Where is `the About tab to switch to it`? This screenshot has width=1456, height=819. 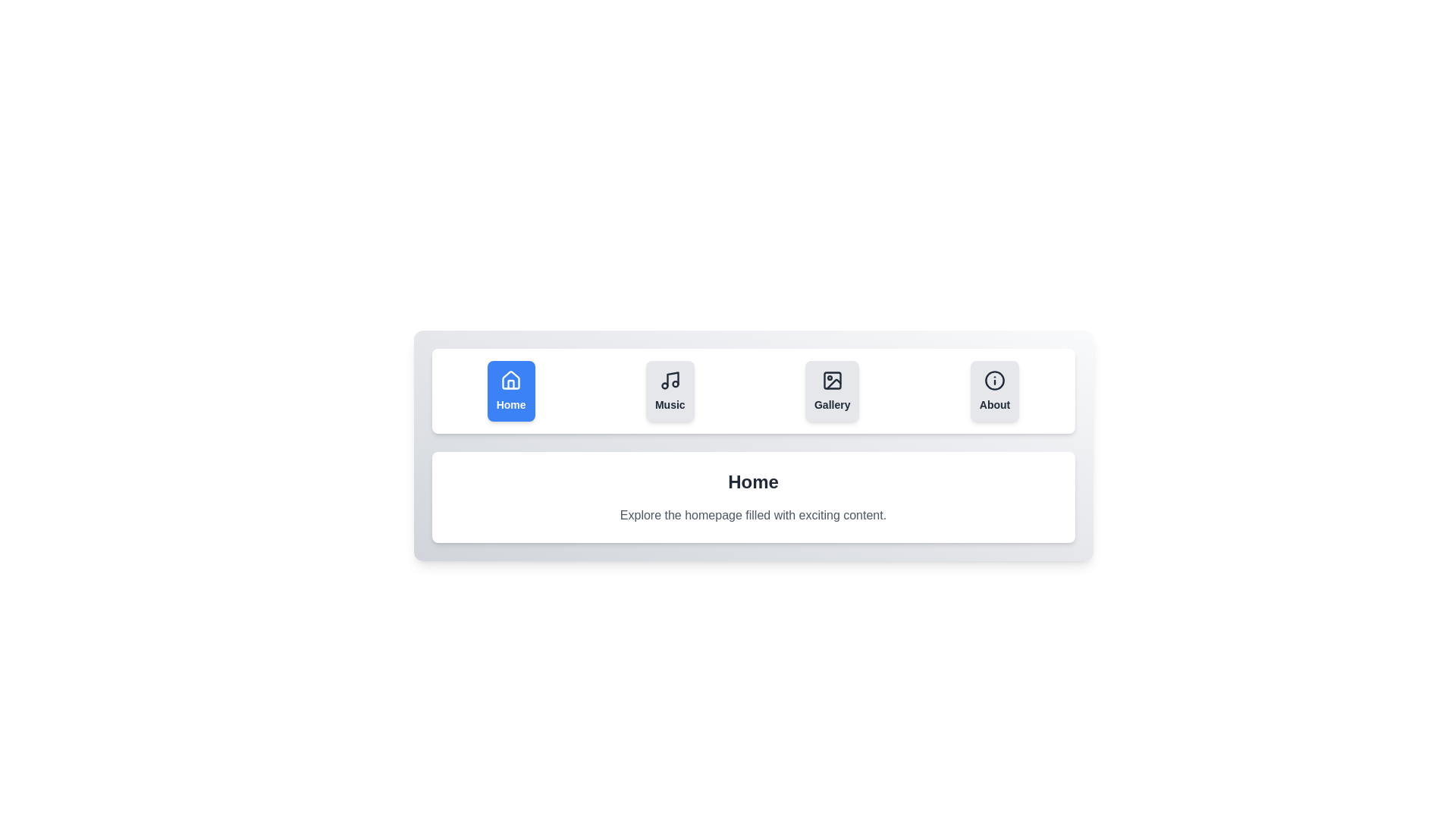 the About tab to switch to it is located at coordinates (995, 391).